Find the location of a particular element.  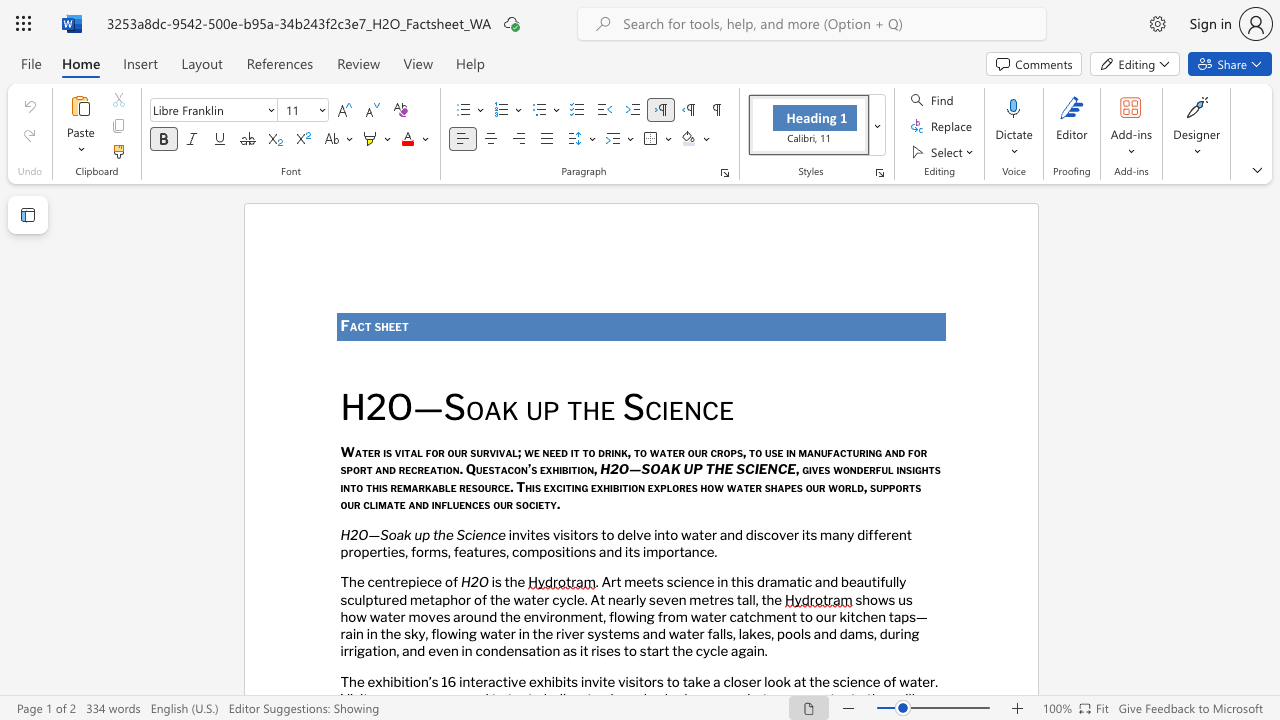

the space between the continuous character "e" and "e" in the text is located at coordinates (395, 325).